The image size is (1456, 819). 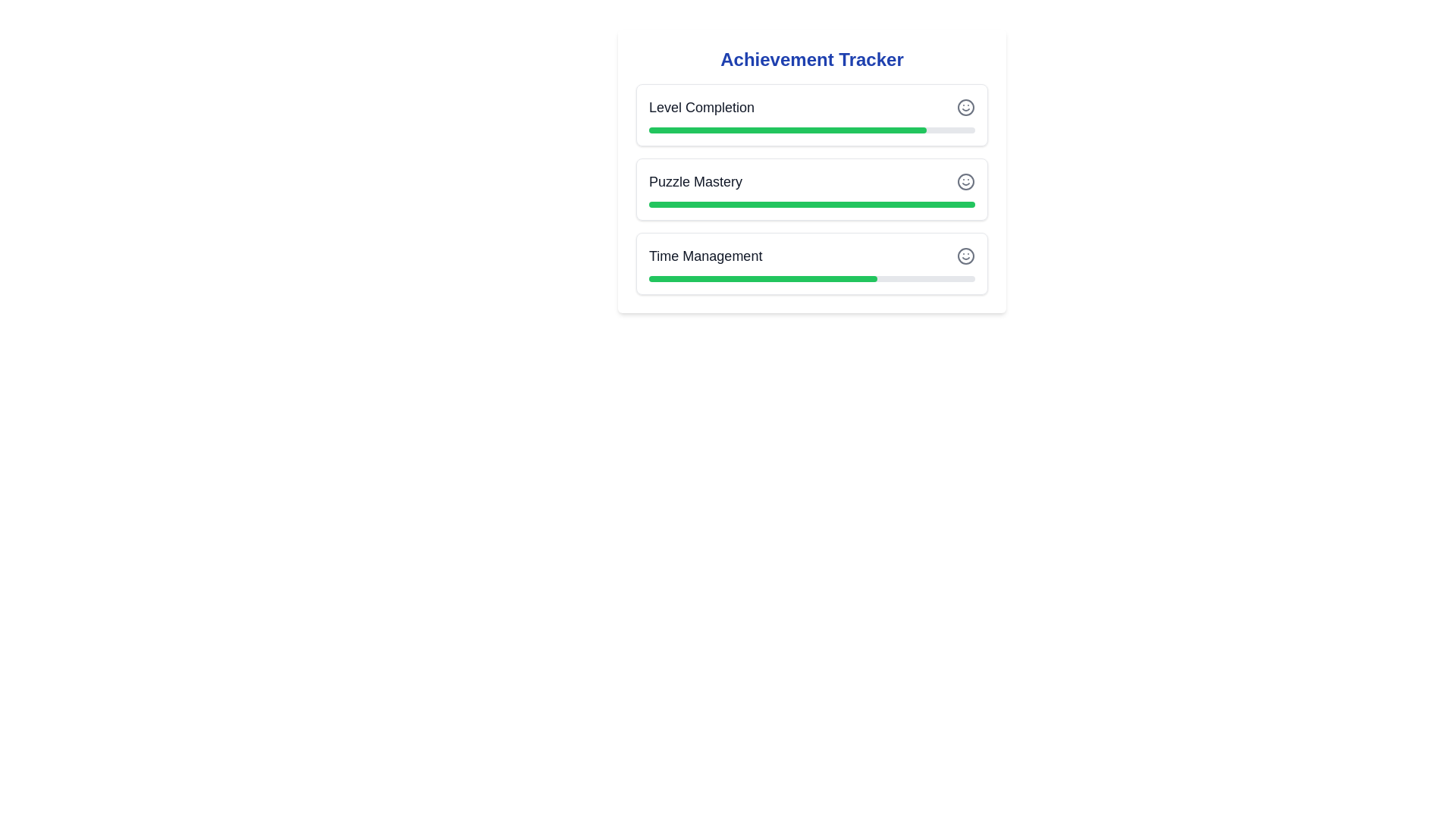 What do you see at coordinates (811, 130) in the screenshot?
I see `the first progress bar under the header 'Level Completion', which visually represents the progress of the task` at bounding box center [811, 130].